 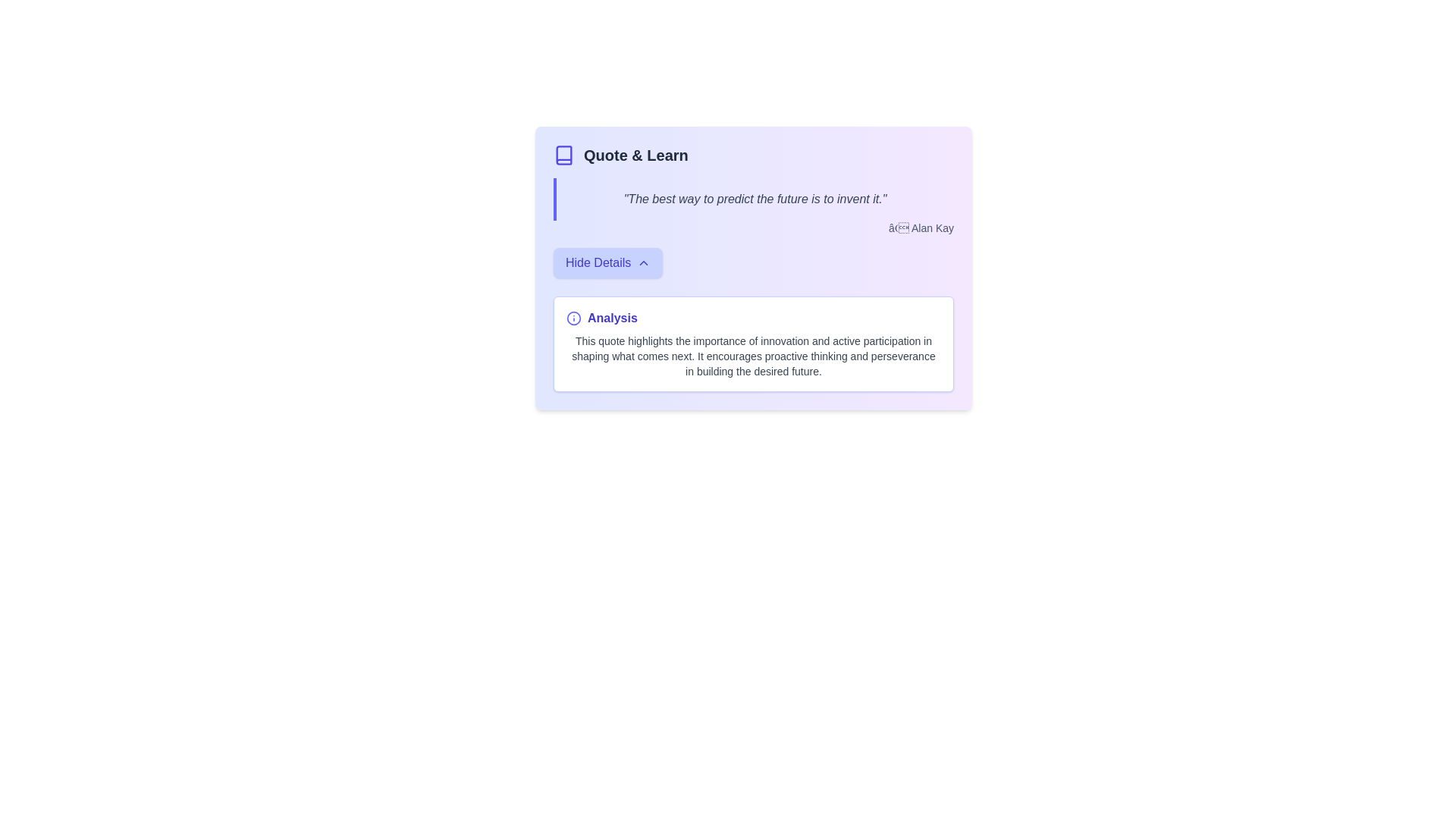 What do you see at coordinates (612, 318) in the screenshot?
I see `the Static Label displaying 'Analysis' in bold indigo font, positioned beside an information icon in the lower-middle section of the card-like interface` at bounding box center [612, 318].